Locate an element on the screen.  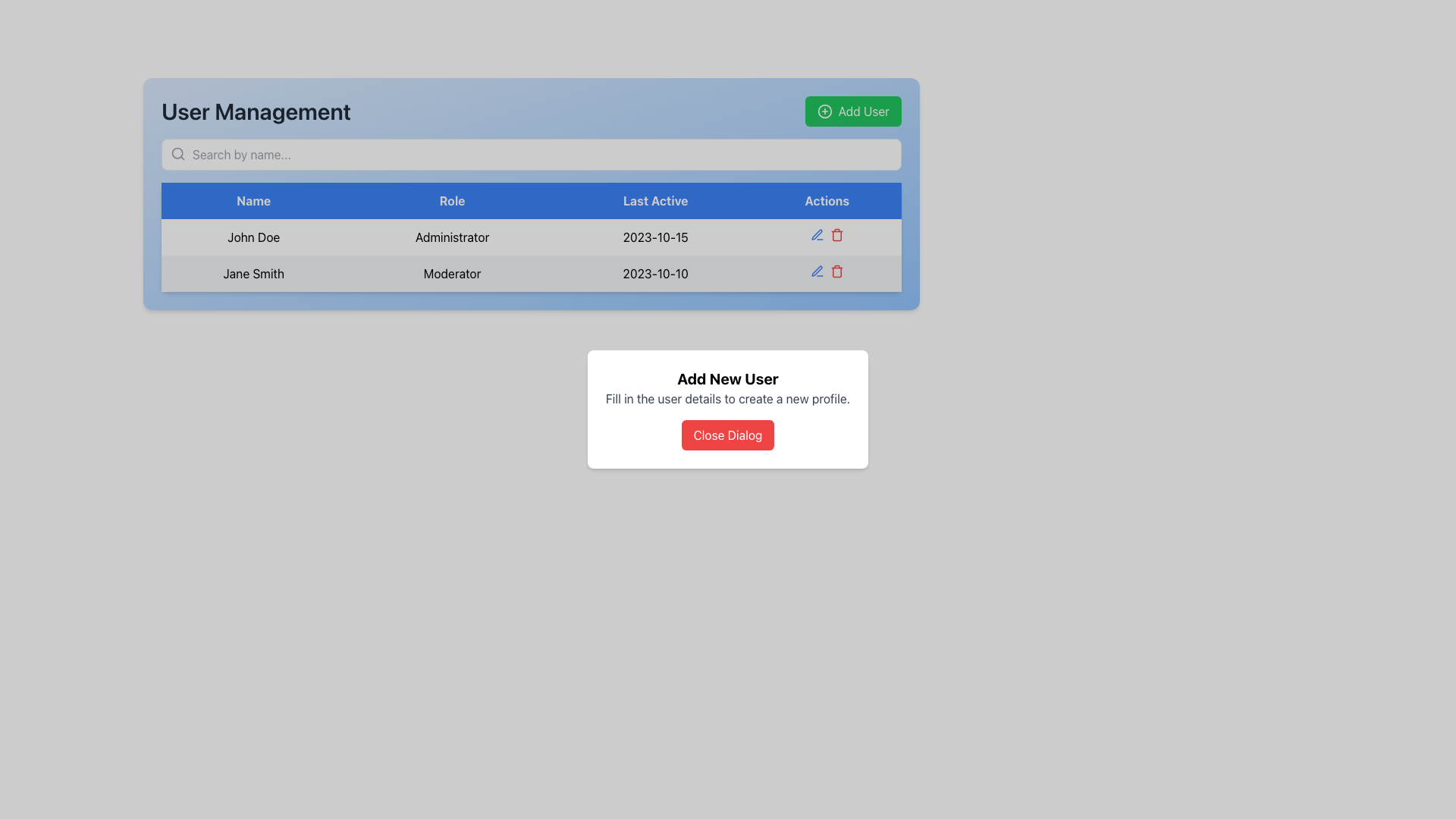
the plus icon within the 'Add User' button located at the top-right corner of the user management panel is located at coordinates (824, 110).